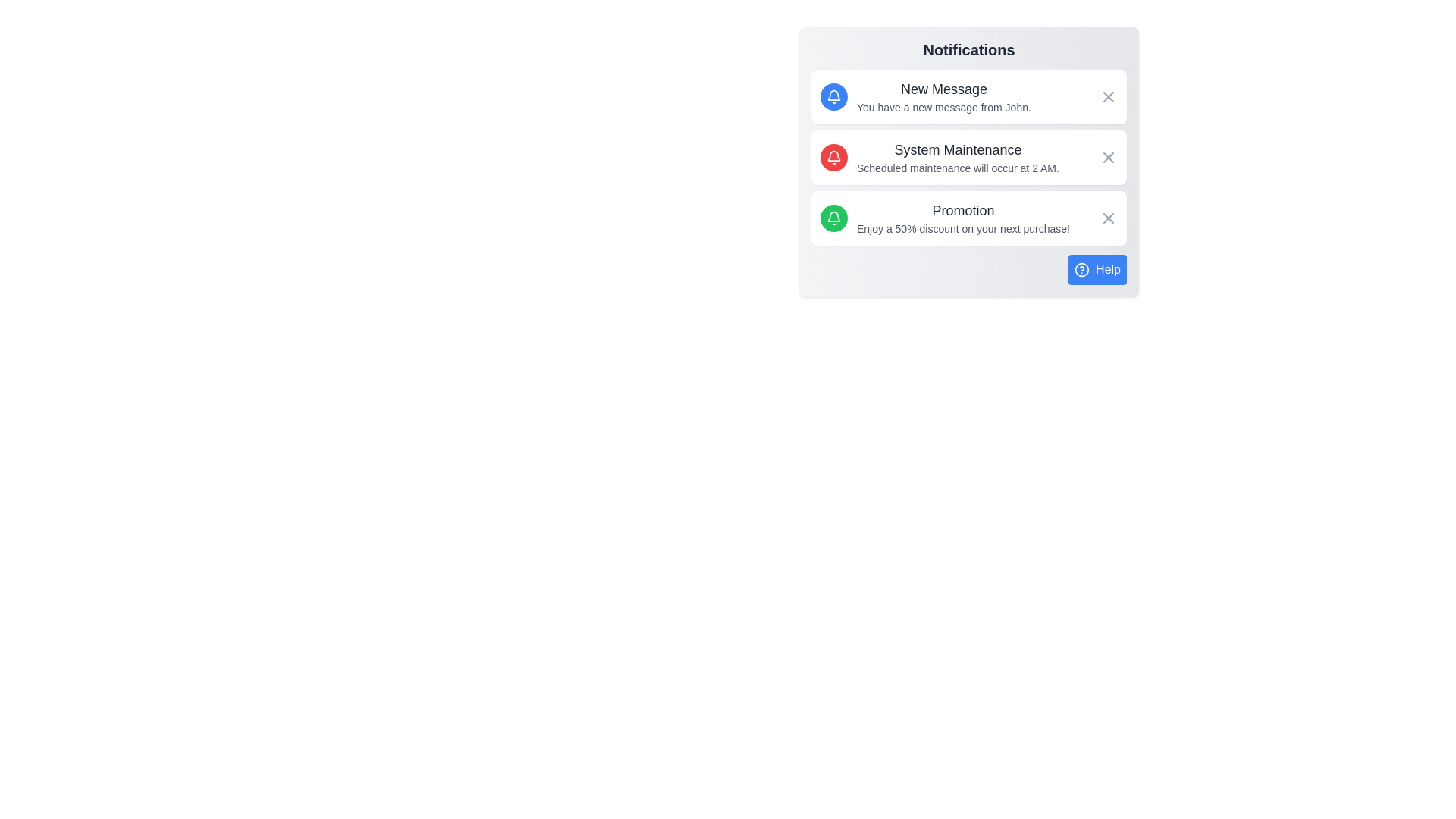 The width and height of the screenshot is (1456, 819). I want to click on the 'System Maintenance' label, which is the header text of the second notification card in a vertical list of notifications, styled in medium weight and gray color, so click(957, 149).